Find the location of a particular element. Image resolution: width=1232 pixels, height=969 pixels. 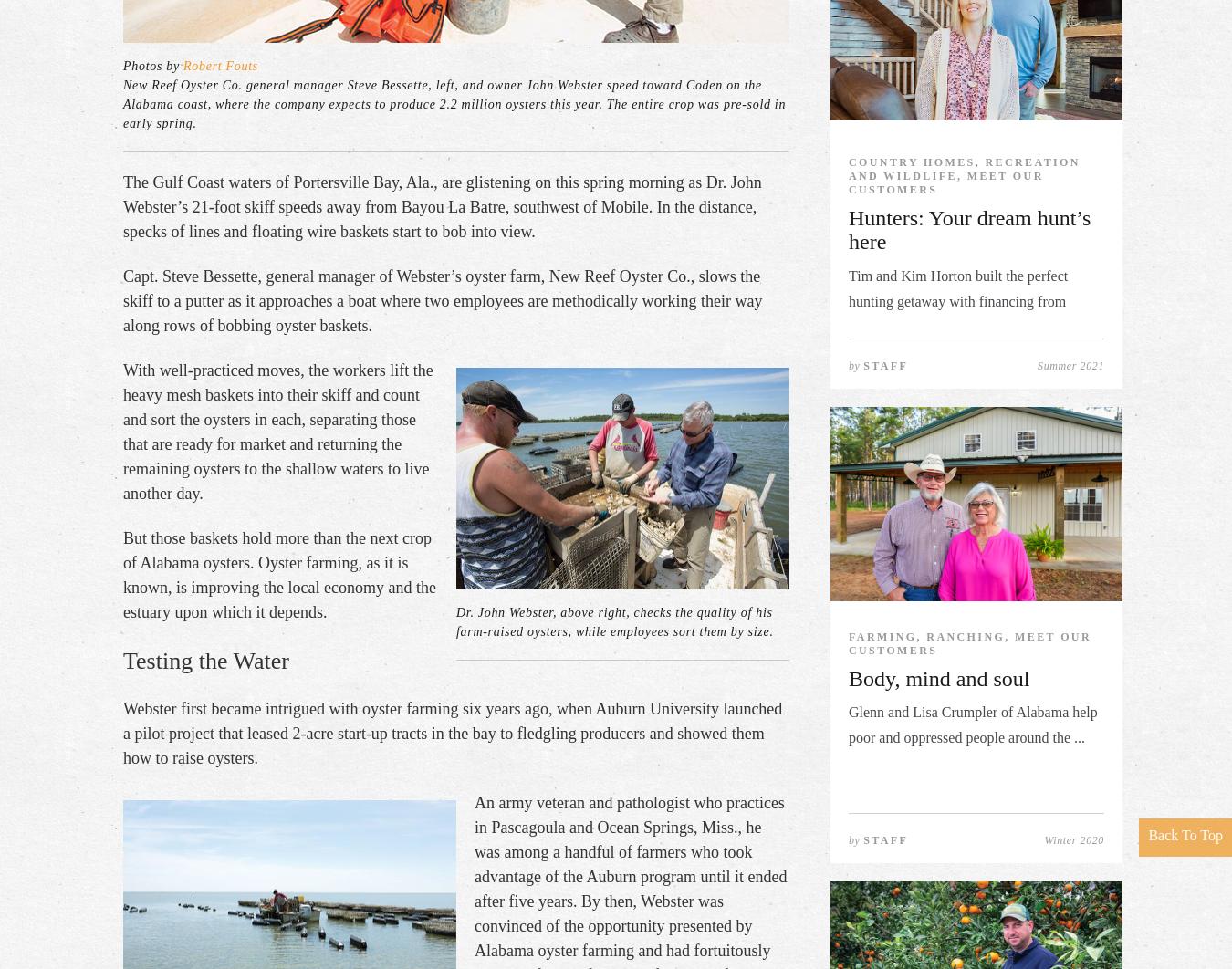

'Testing the Water' is located at coordinates (205, 660).